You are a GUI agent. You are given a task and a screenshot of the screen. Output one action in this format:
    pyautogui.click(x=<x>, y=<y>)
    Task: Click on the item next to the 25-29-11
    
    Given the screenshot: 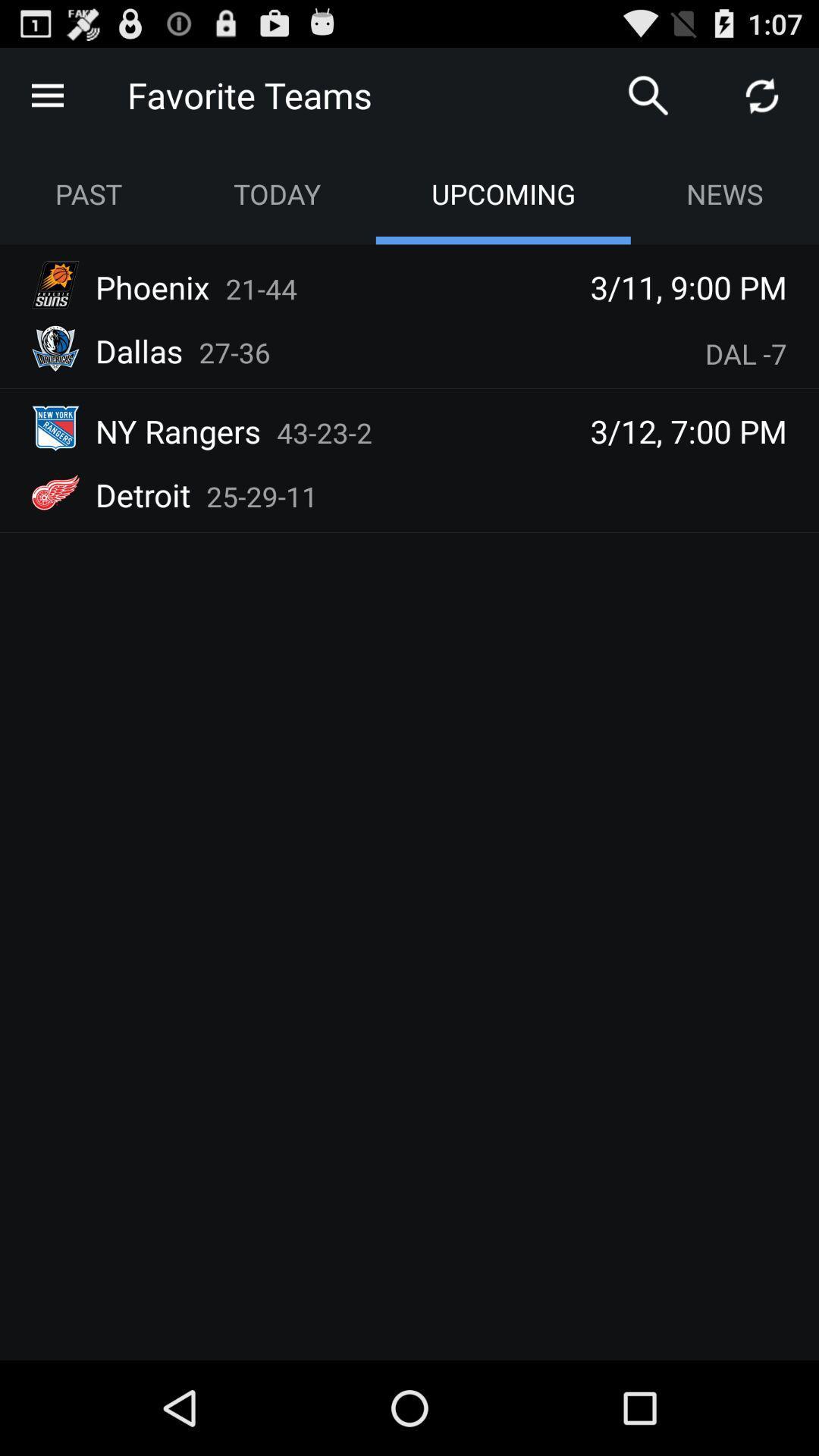 What is the action you would take?
    pyautogui.click(x=143, y=494)
    